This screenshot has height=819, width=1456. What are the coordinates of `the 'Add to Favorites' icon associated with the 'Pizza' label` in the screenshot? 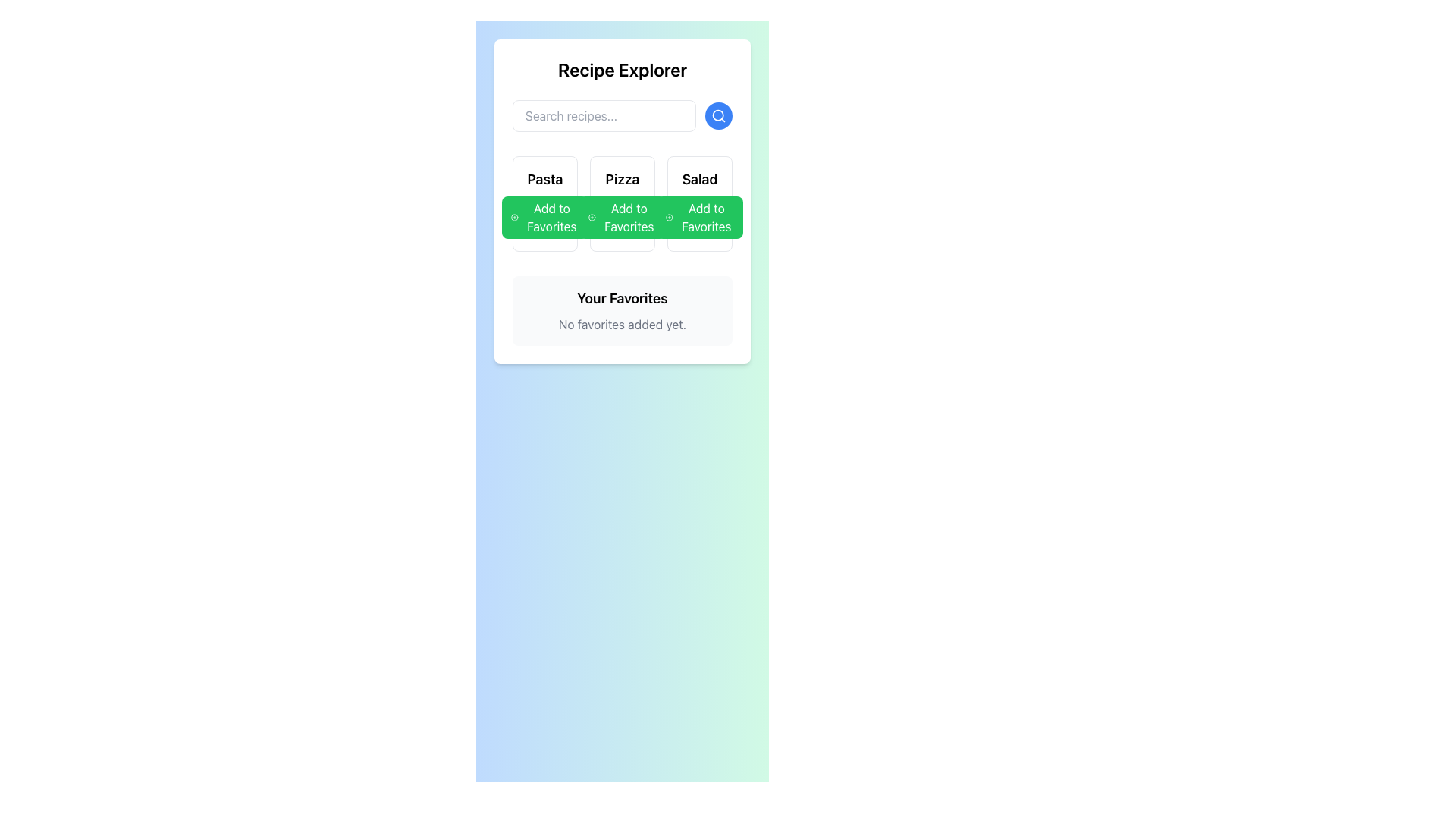 It's located at (591, 217).